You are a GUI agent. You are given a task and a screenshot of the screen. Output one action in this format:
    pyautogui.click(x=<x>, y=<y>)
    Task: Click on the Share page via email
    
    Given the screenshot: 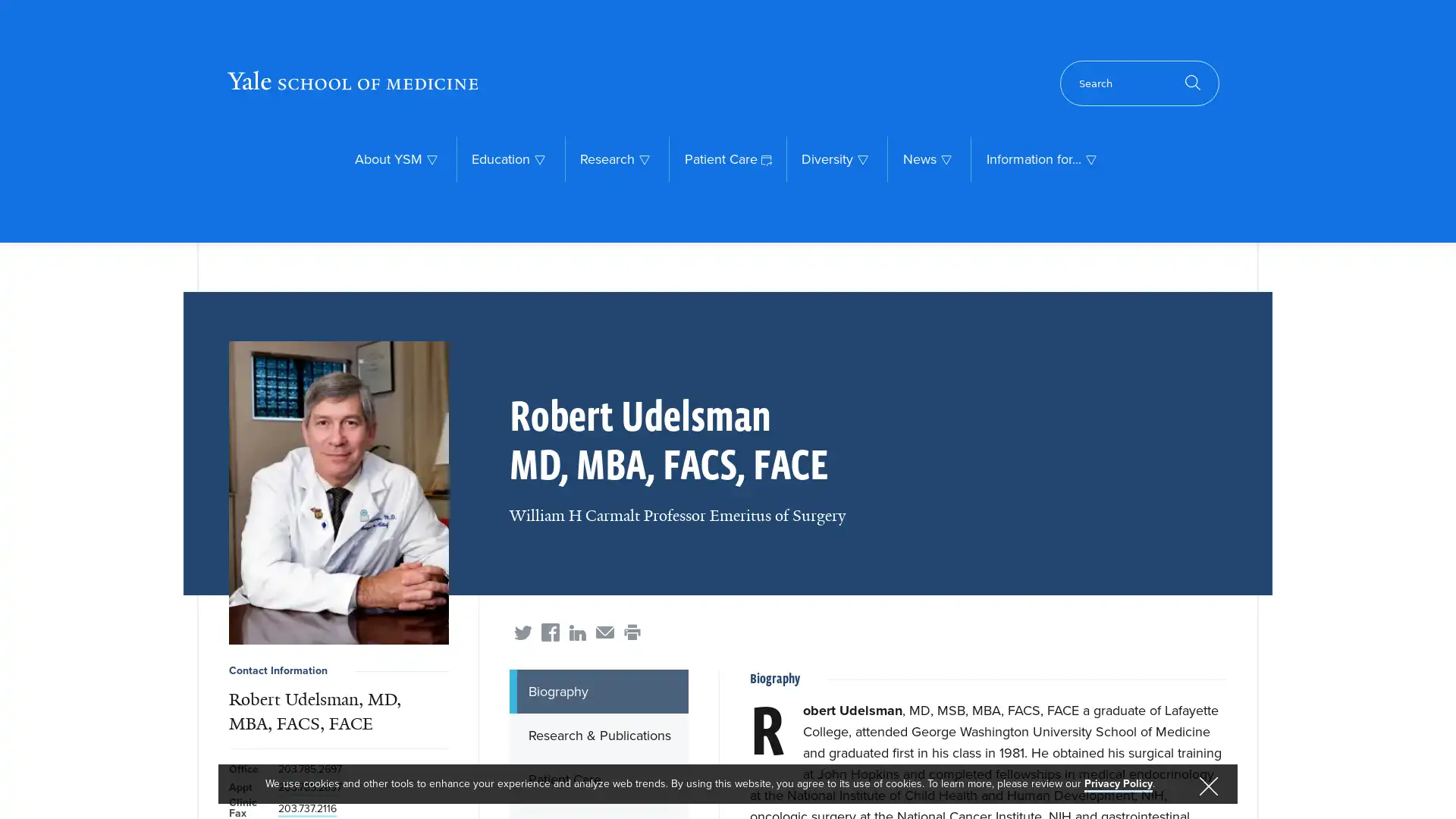 What is the action you would take?
    pyautogui.click(x=604, y=632)
    